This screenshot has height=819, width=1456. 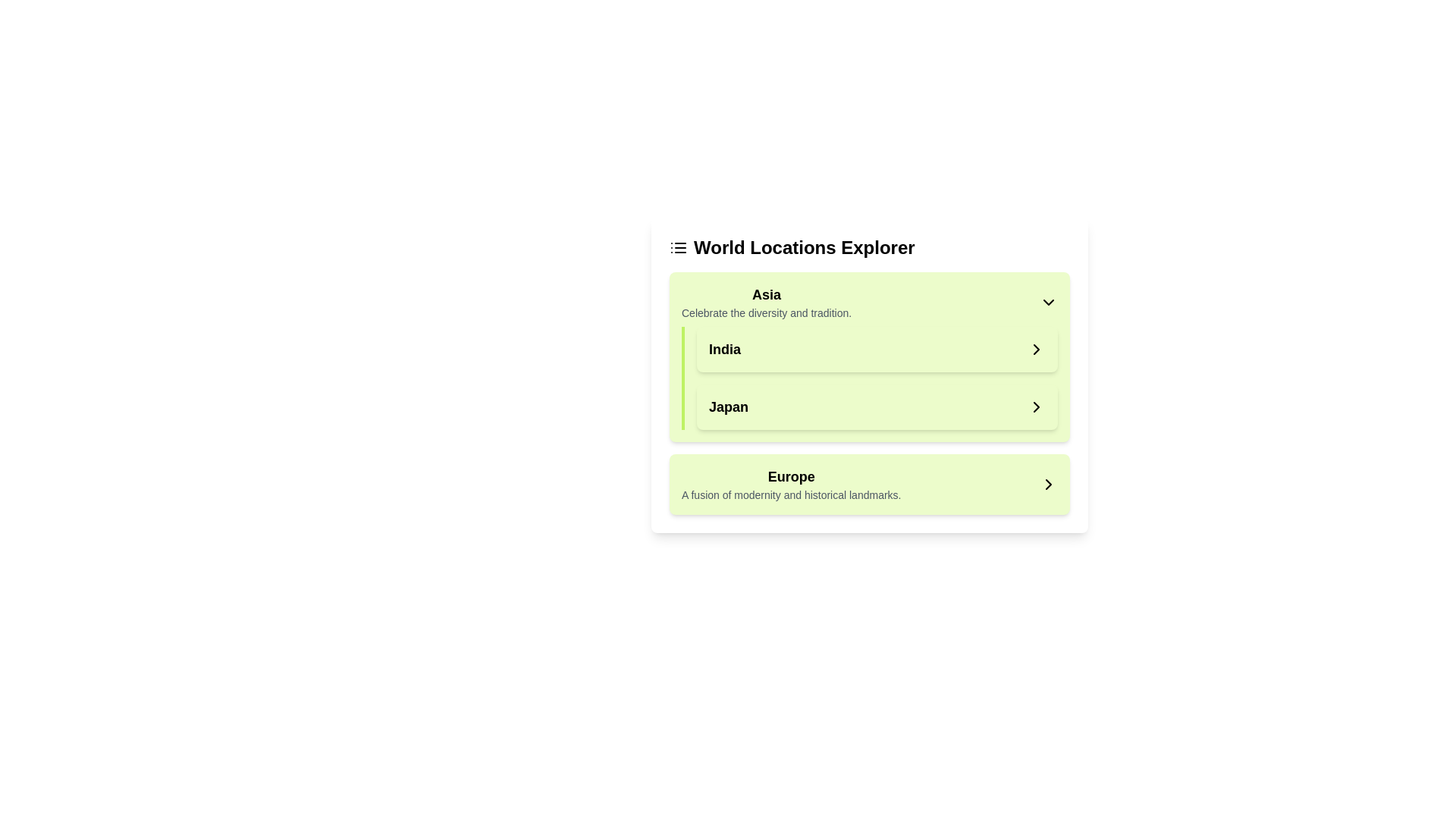 I want to click on descriptive label text located directly below the 'Asia' label in the green section, so click(x=767, y=312).